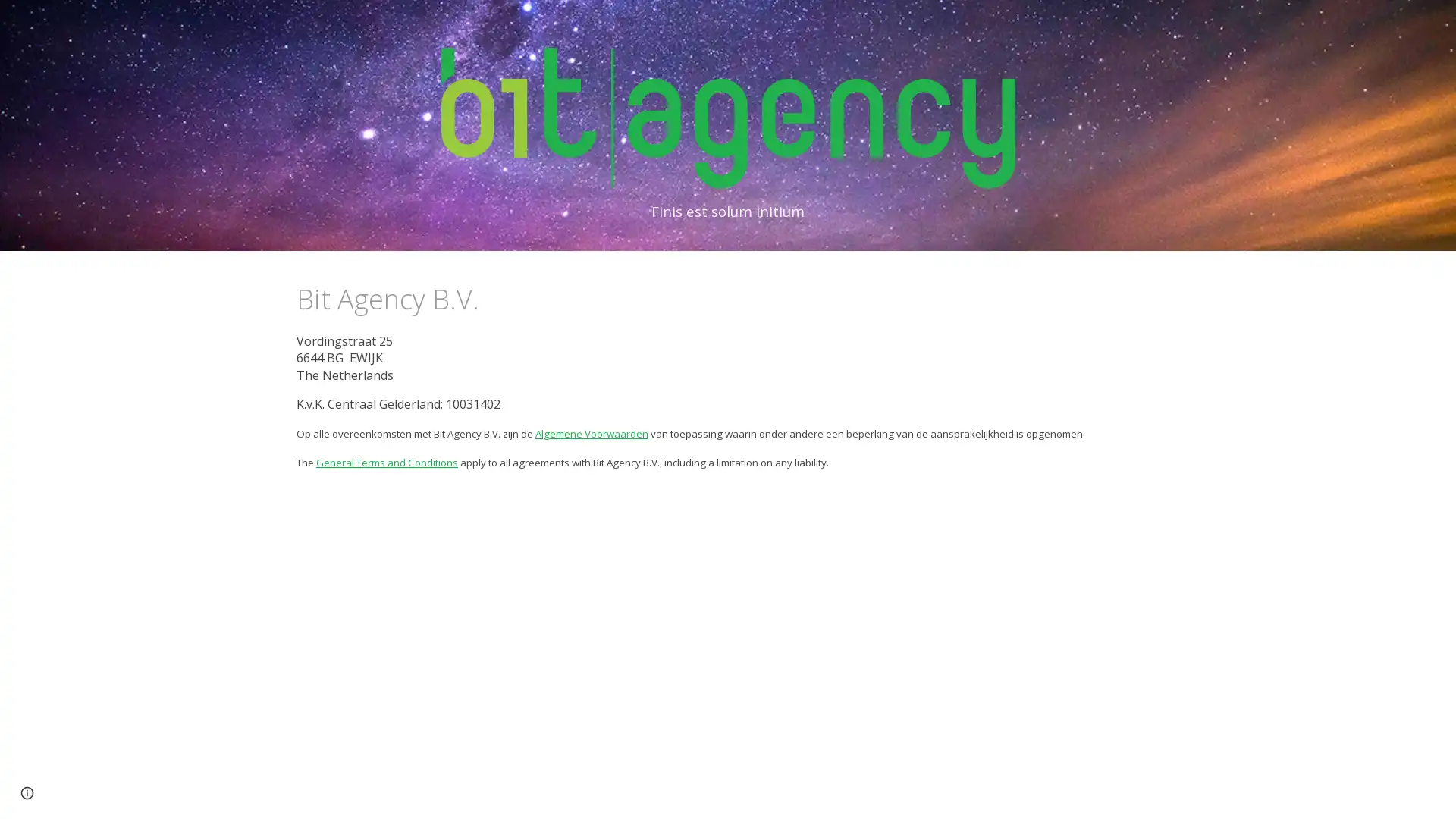 The width and height of the screenshot is (1456, 819). What do you see at coordinates (495, 298) in the screenshot?
I see `Copy heading link` at bounding box center [495, 298].